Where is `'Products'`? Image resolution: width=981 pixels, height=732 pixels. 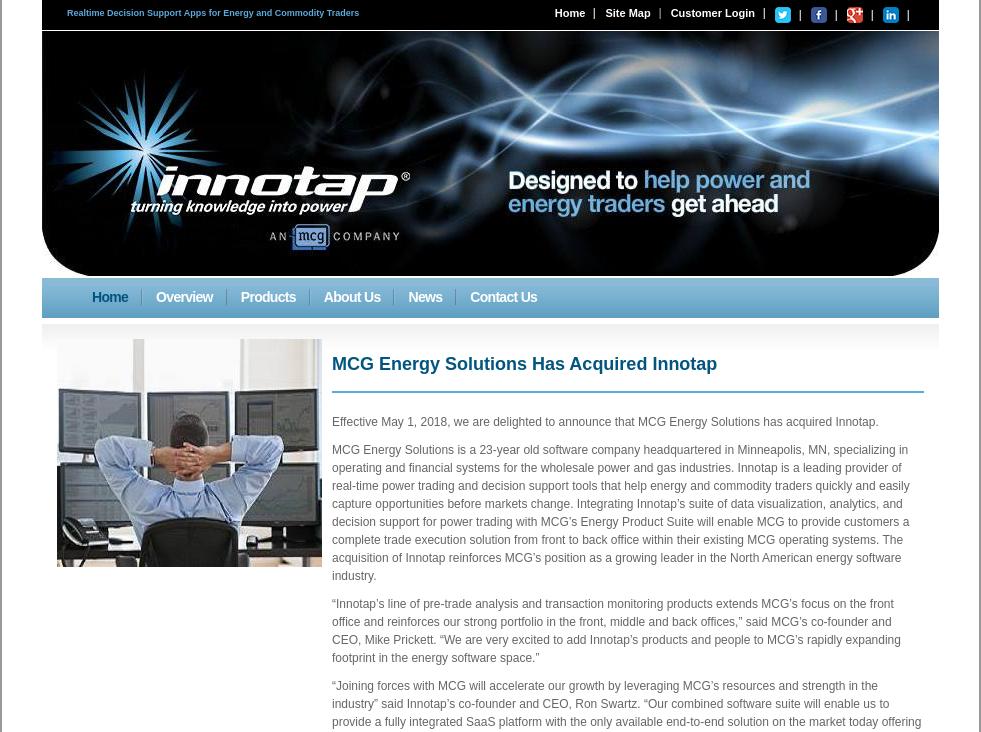 'Products' is located at coordinates (238, 296).